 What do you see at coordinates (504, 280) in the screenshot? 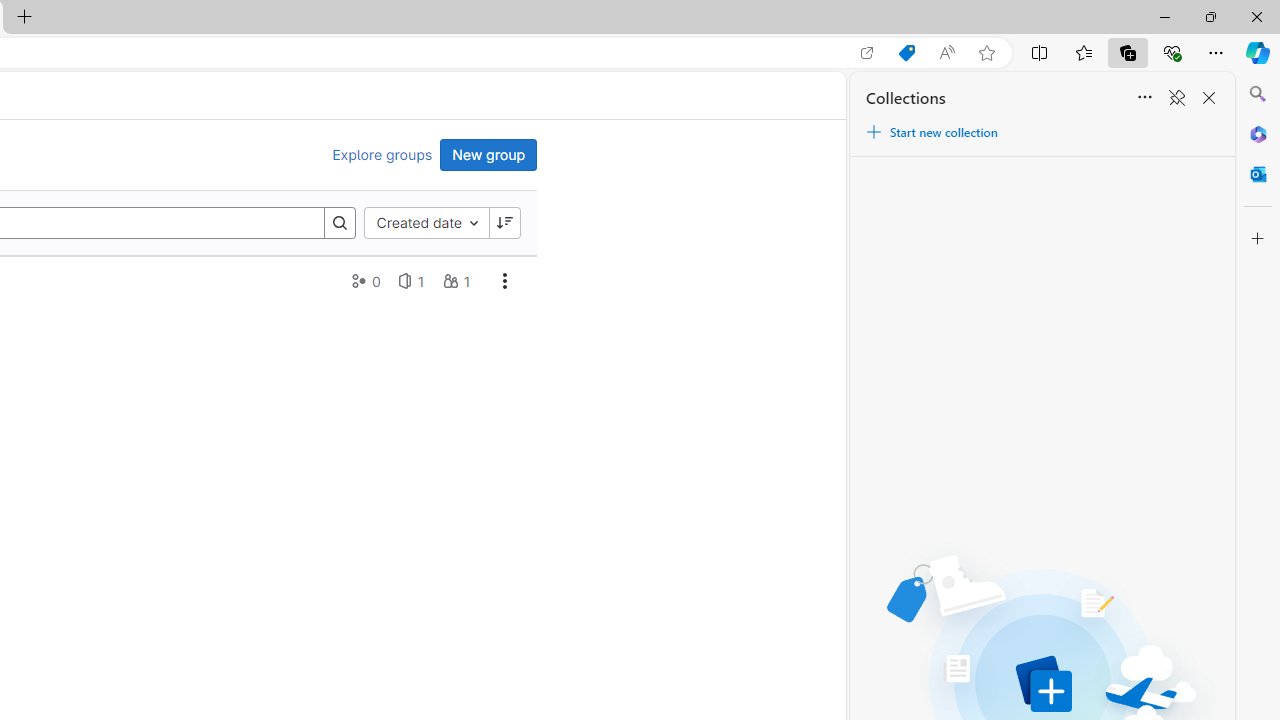
I see `'AutomationID: dropdown-toggle-btn-41'` at bounding box center [504, 280].